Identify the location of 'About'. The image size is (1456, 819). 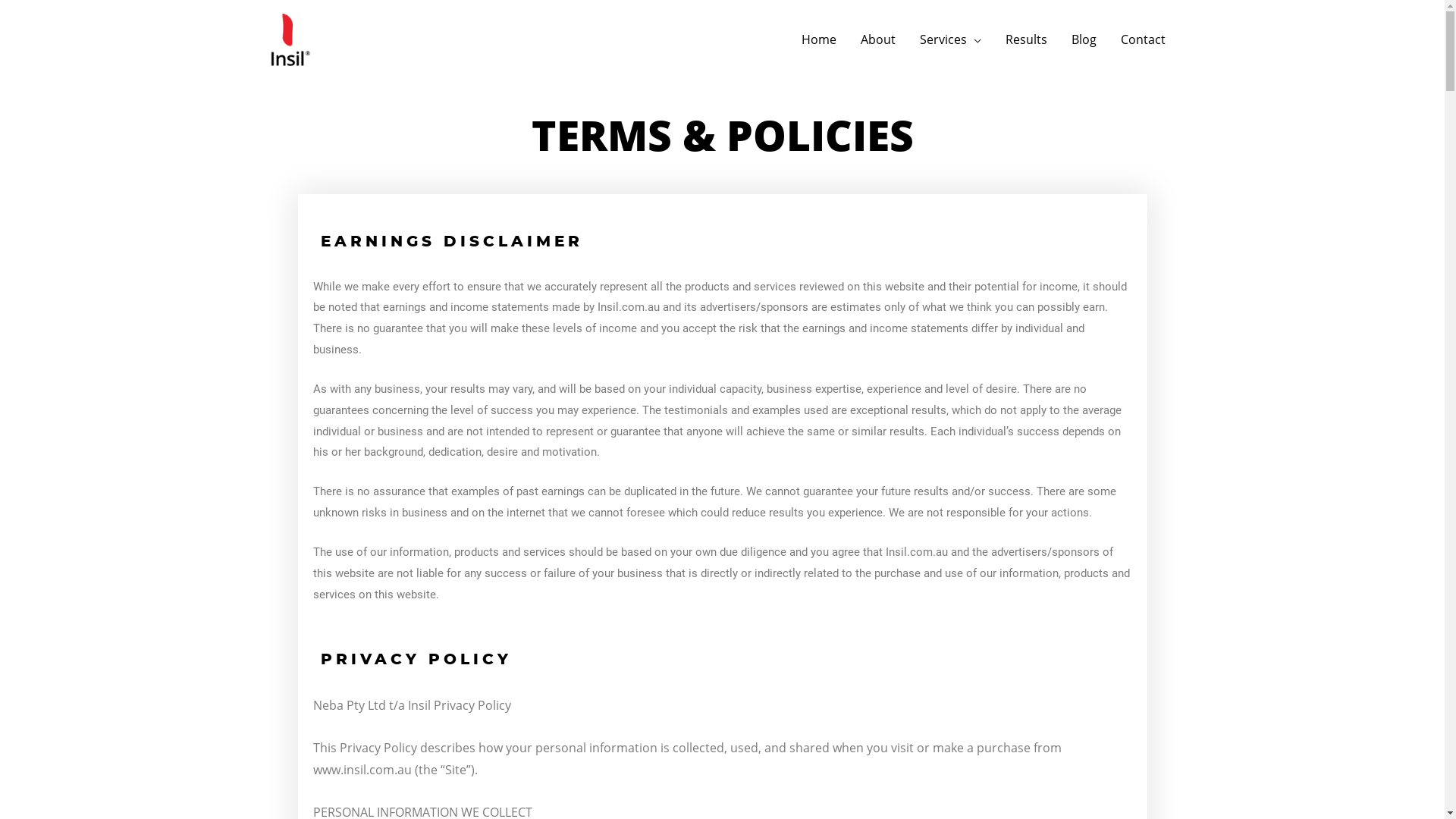
(847, 38).